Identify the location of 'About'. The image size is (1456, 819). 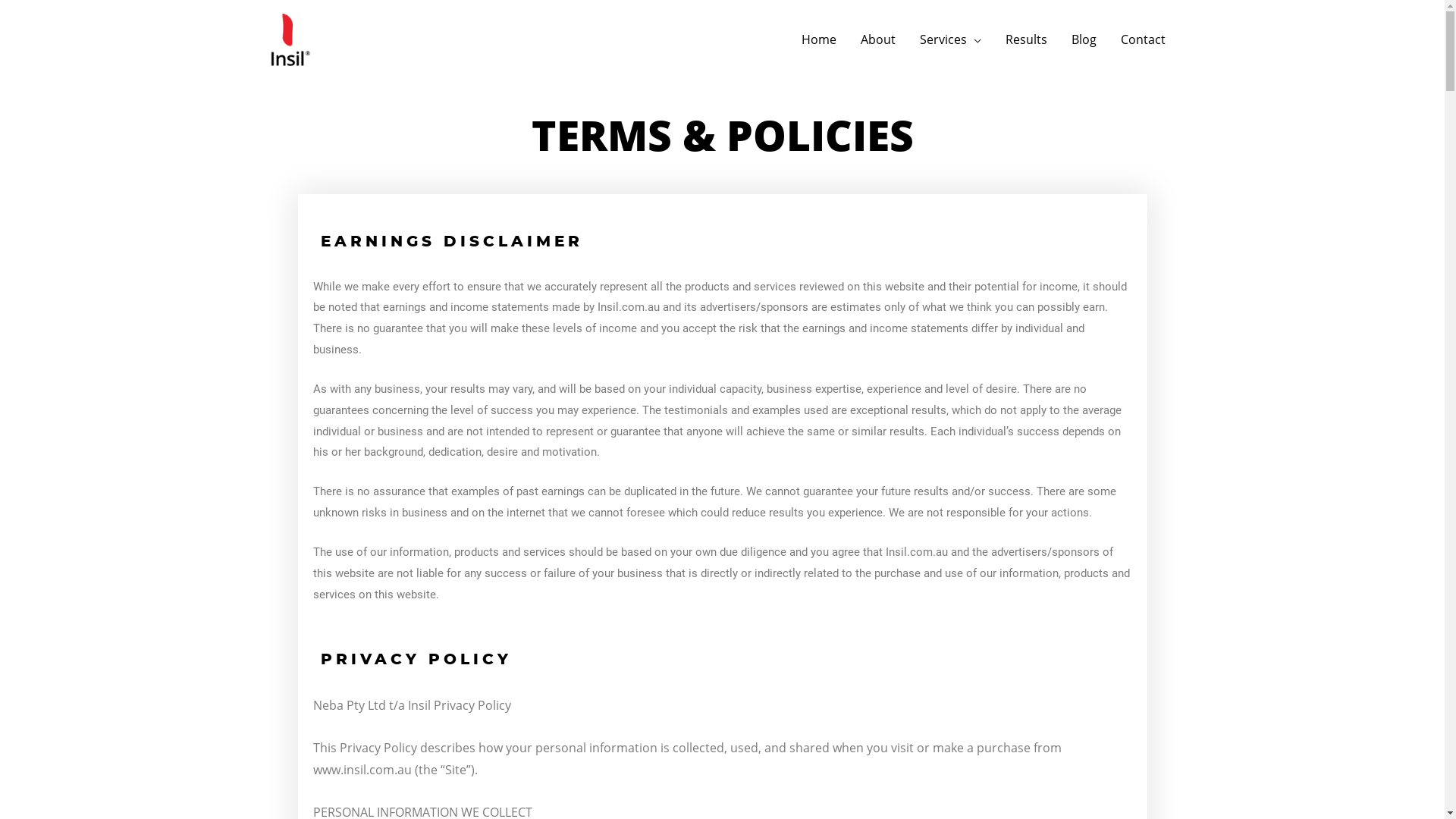
(847, 38).